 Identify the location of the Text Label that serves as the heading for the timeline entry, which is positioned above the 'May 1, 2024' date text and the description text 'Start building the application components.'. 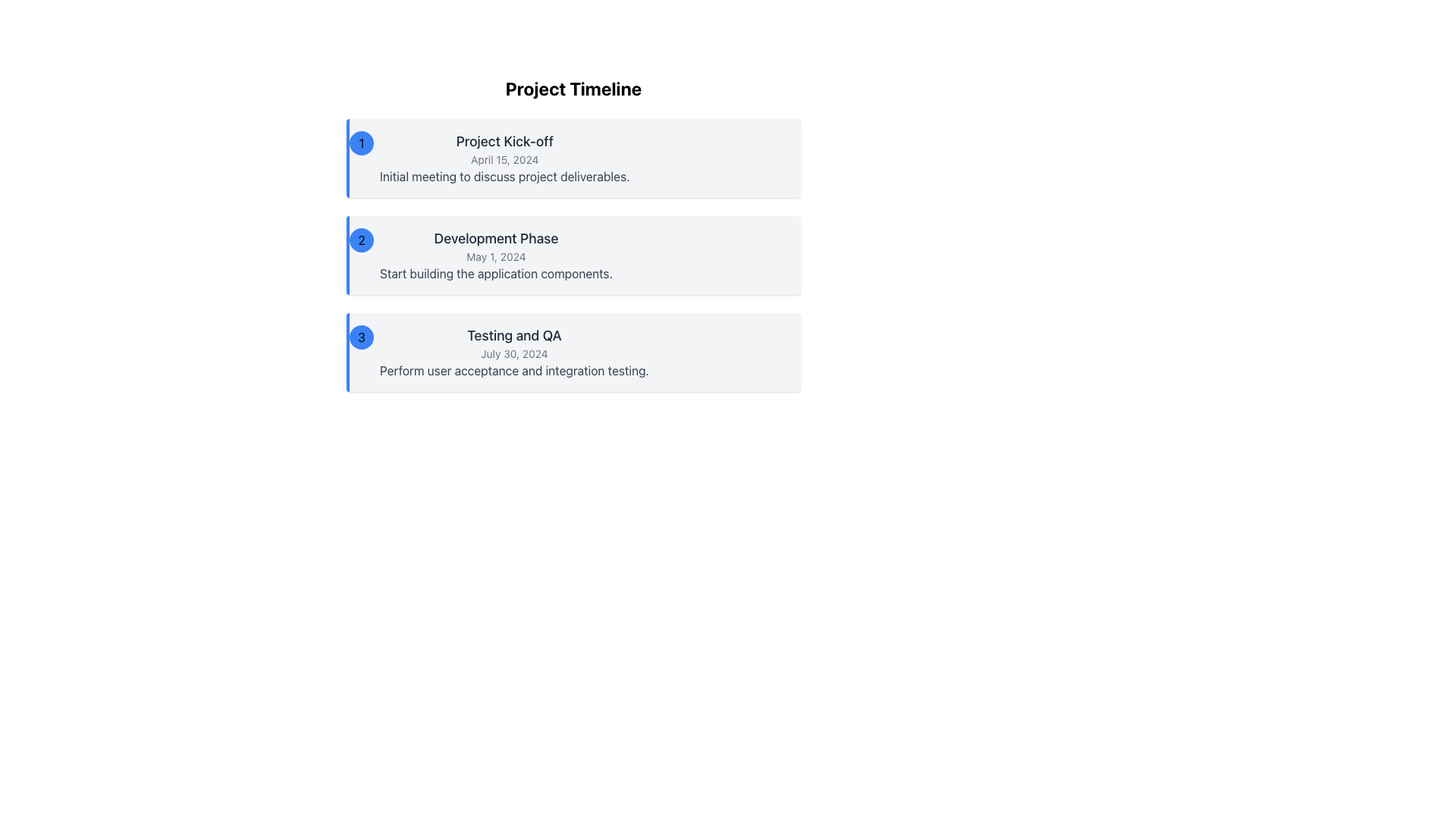
(496, 239).